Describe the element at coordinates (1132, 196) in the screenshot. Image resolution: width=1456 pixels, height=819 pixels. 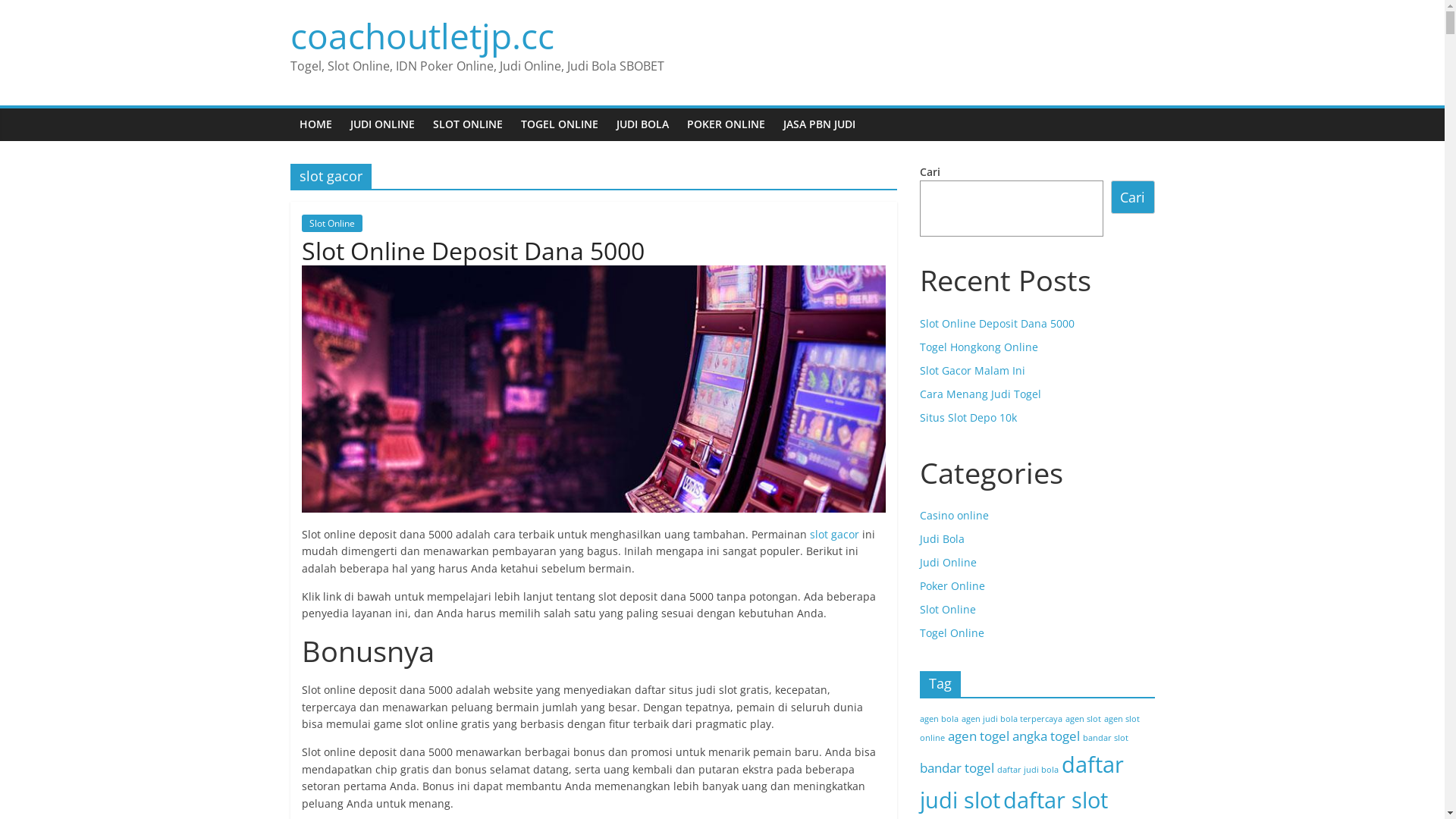
I see `'Cari'` at that location.